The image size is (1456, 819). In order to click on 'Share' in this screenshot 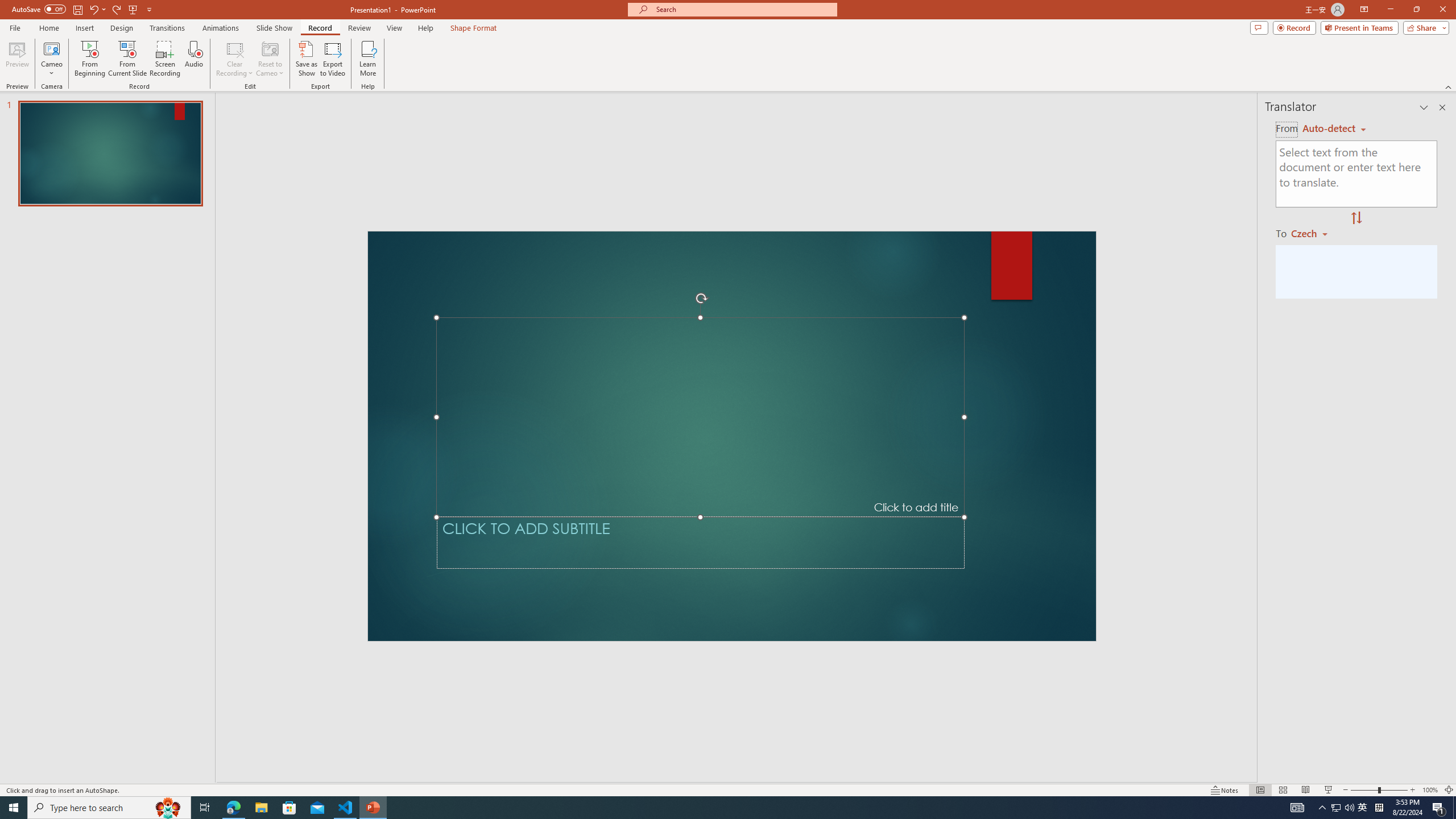, I will do `click(1423, 27)`.